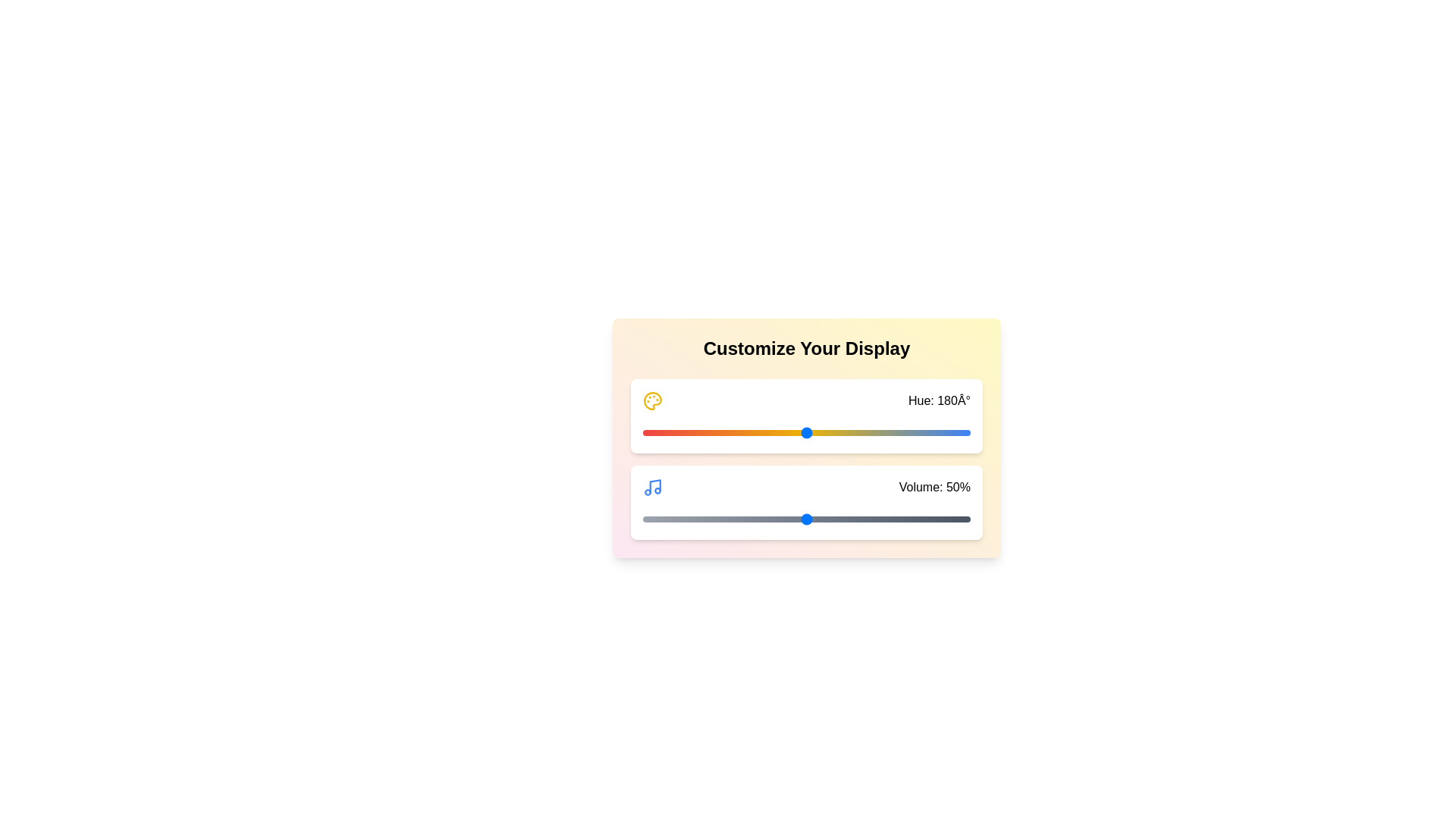 The image size is (1456, 819). What do you see at coordinates (720, 519) in the screenshot?
I see `the volume slider to 24%` at bounding box center [720, 519].